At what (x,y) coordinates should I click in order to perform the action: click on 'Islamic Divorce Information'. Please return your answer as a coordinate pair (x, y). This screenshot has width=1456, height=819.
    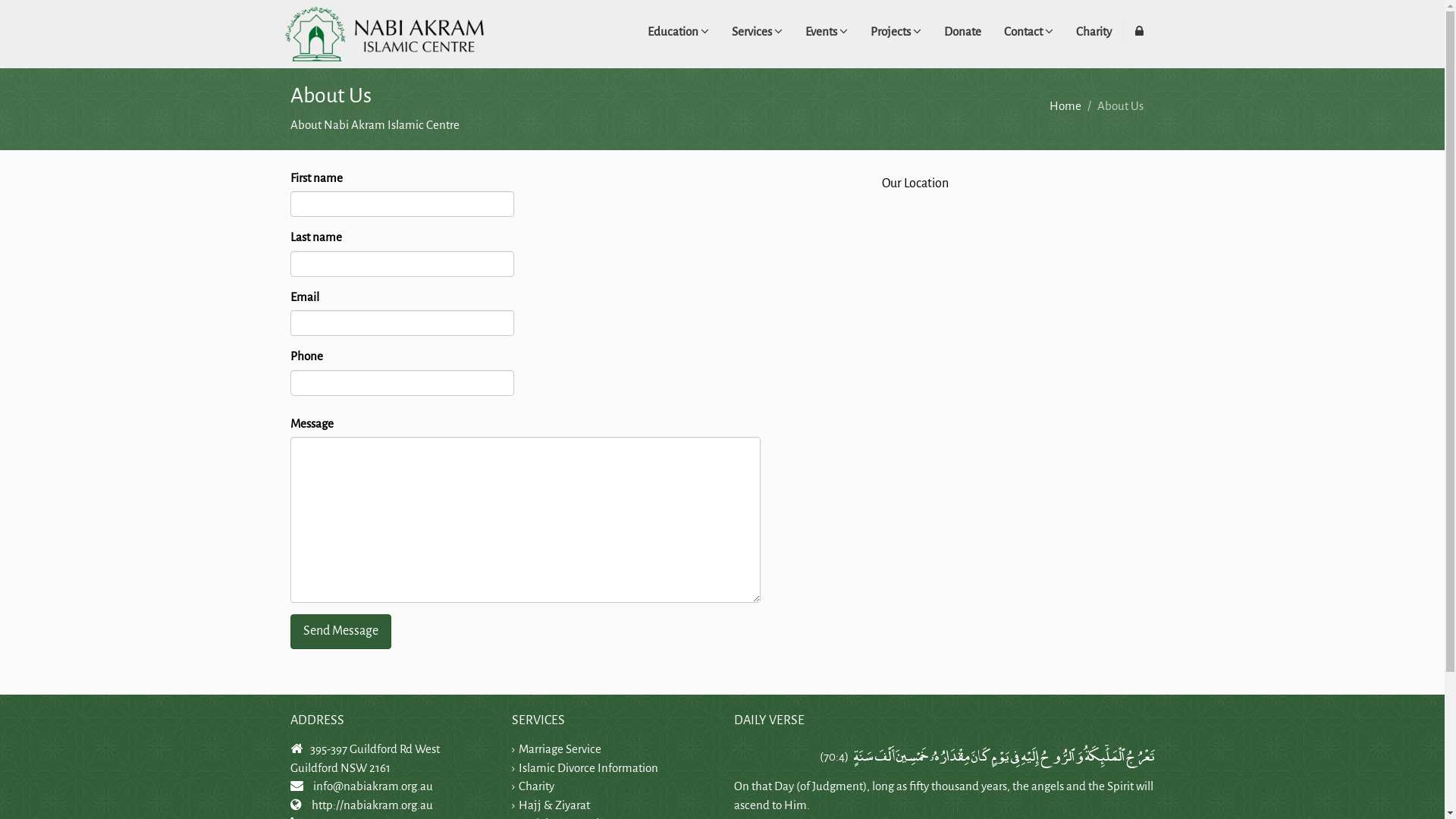
    Looking at the image, I should click on (588, 767).